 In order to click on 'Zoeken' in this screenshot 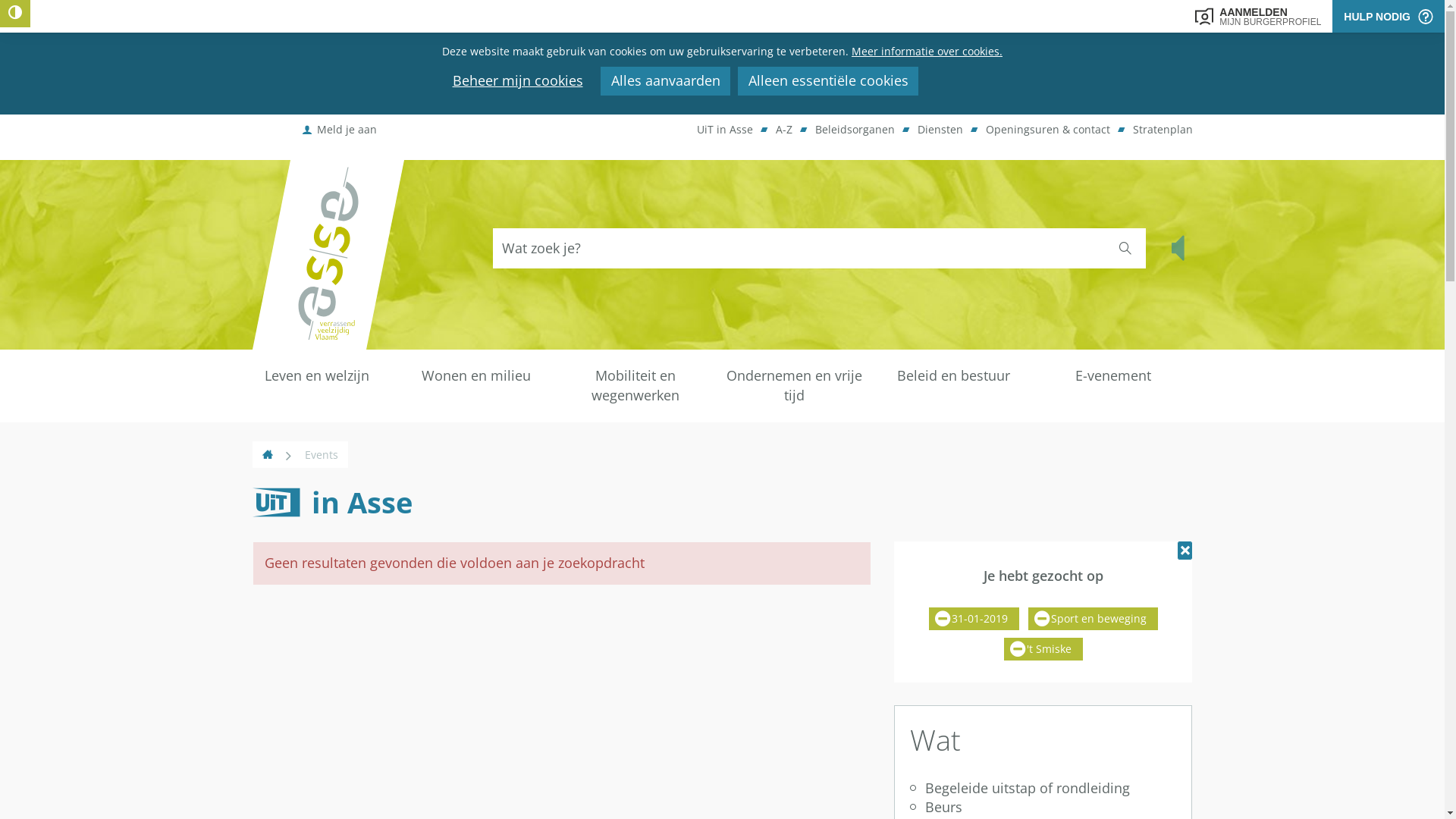, I will do `click(1125, 247)`.